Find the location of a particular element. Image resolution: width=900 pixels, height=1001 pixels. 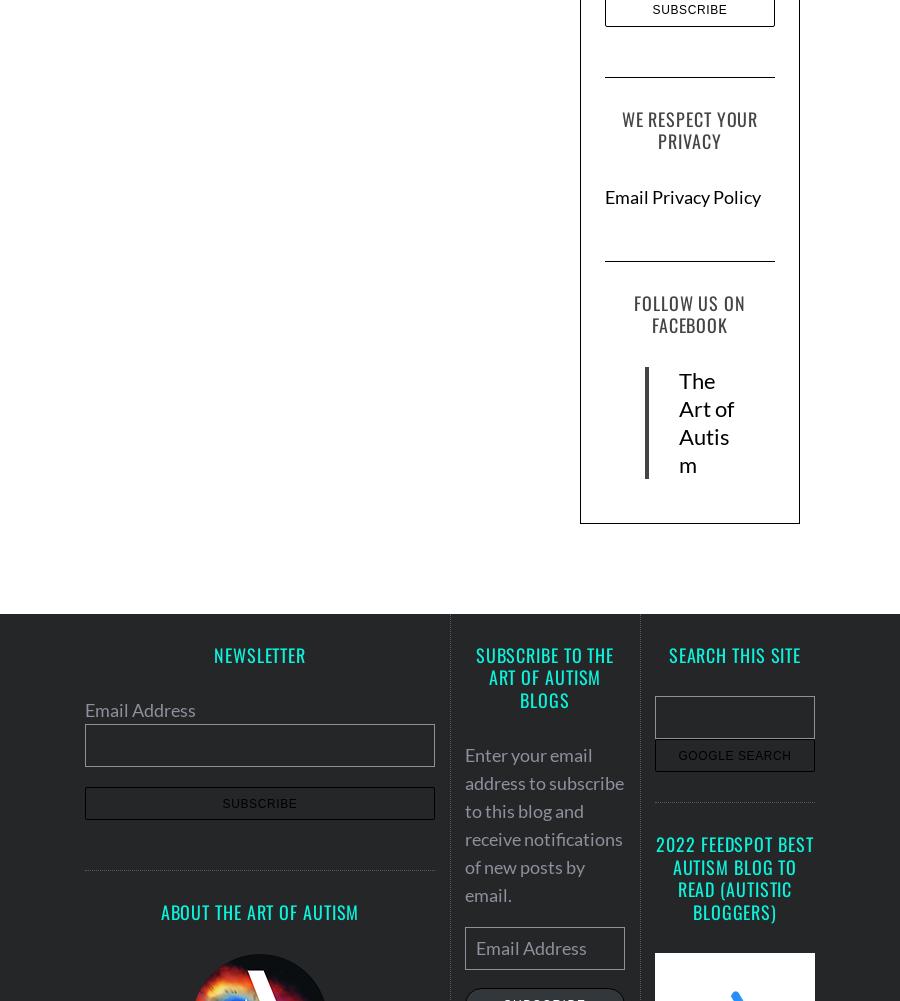

'Email Address' is located at coordinates (140, 709).